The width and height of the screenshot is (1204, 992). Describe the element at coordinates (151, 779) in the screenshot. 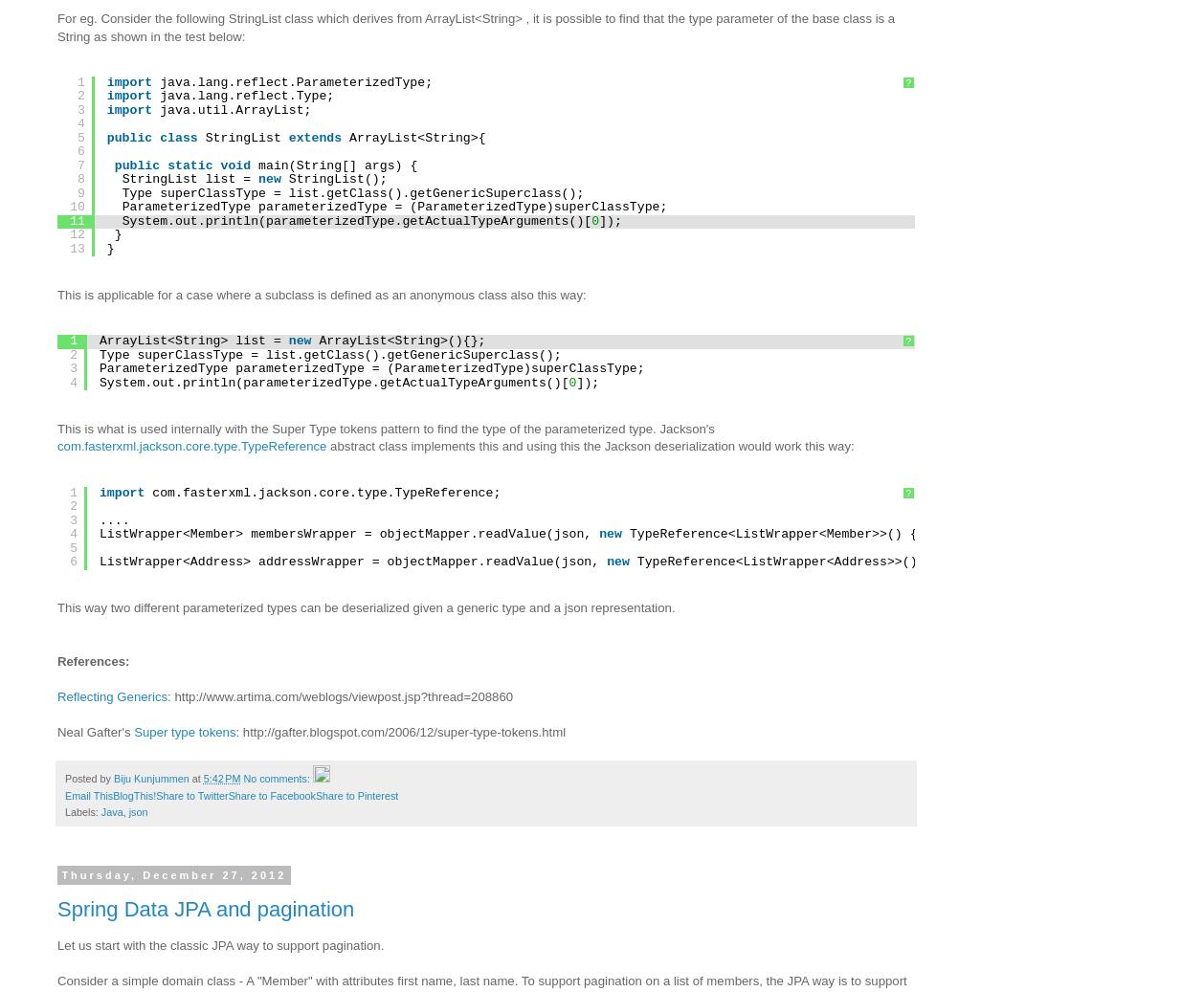

I see `'Biju Kunjummen'` at that location.